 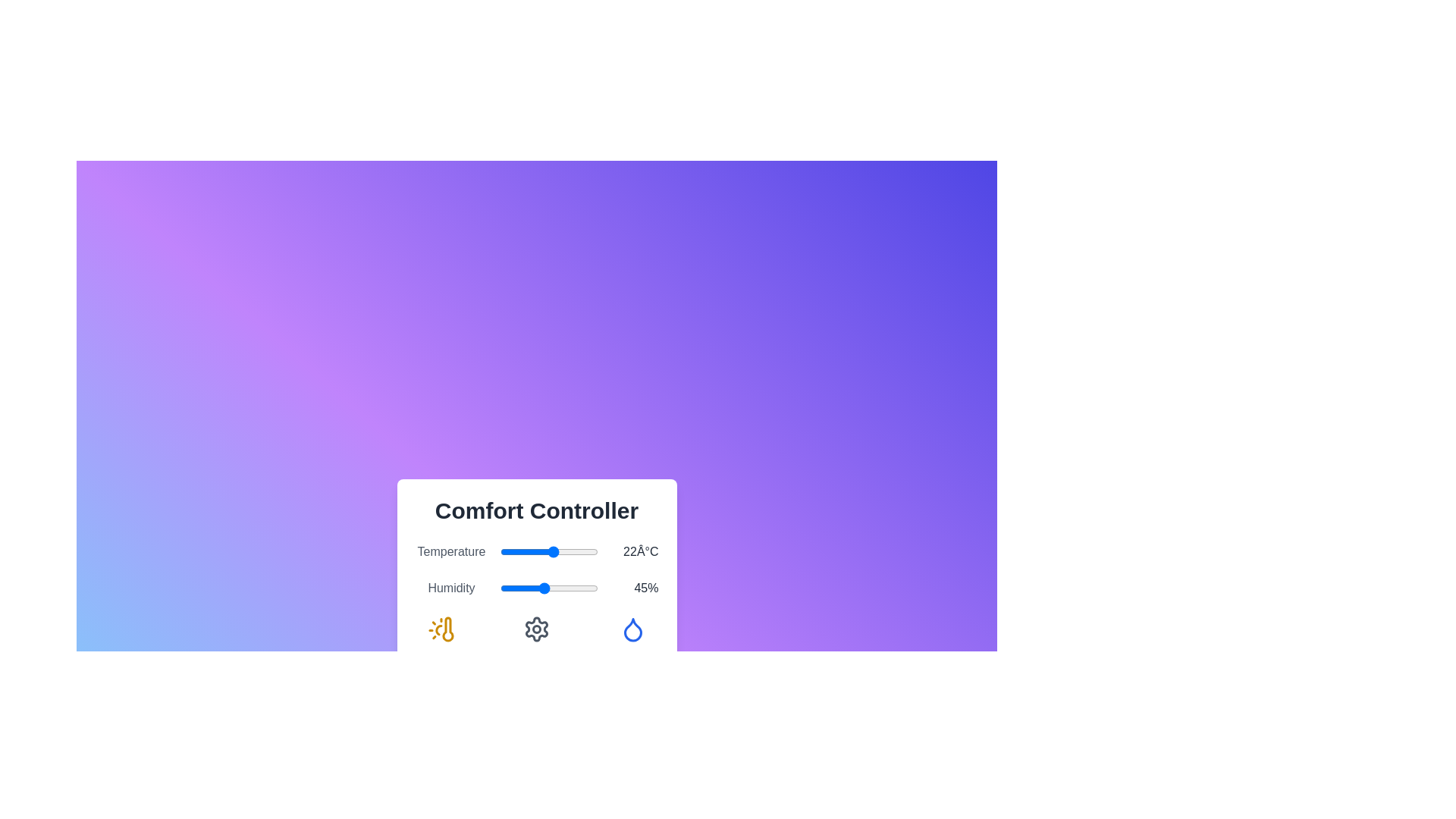 I want to click on the humidity slider to set the value to 95, so click(x=592, y=587).